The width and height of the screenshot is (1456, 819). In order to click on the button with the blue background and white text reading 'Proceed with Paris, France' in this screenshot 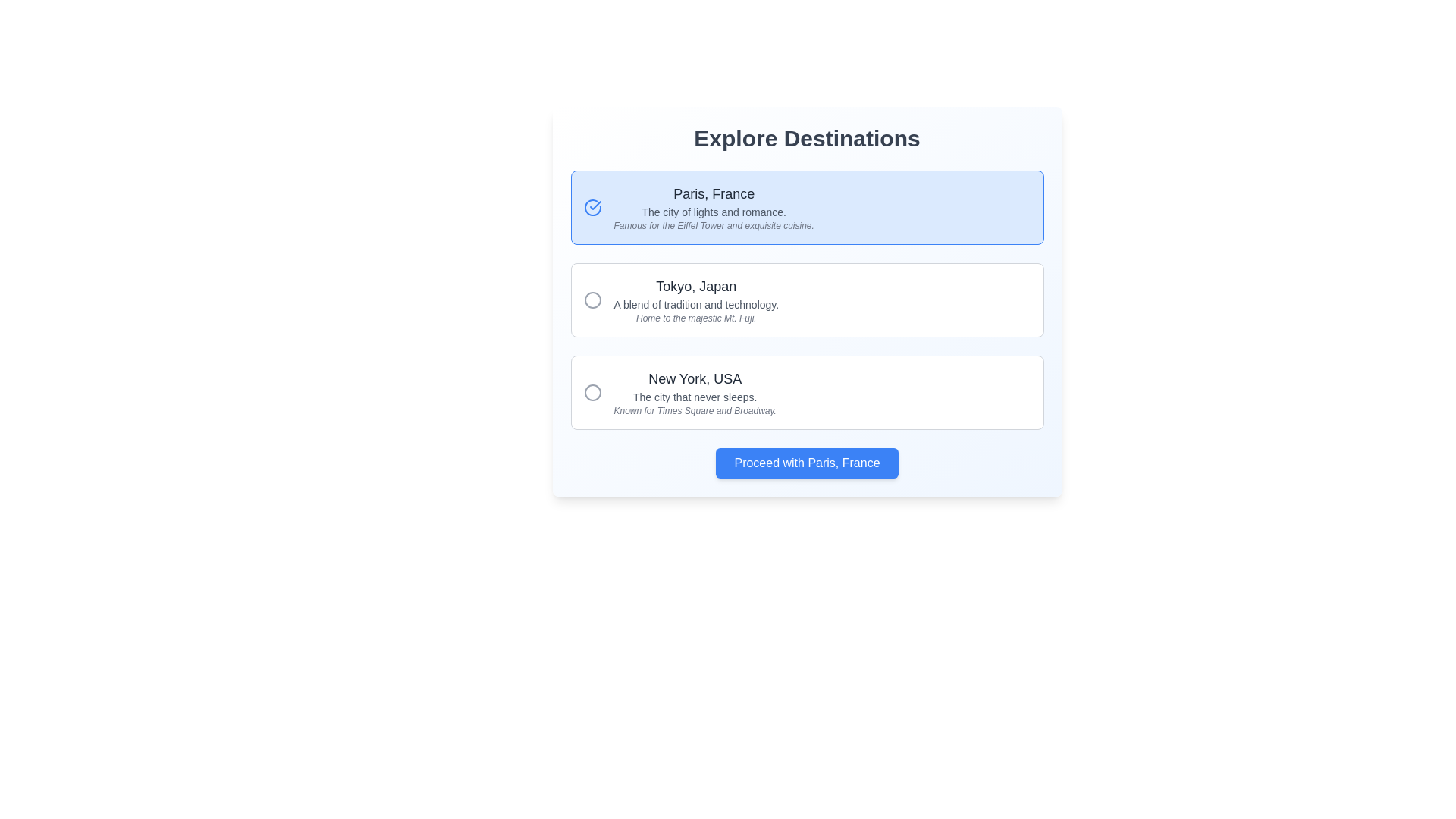, I will do `click(806, 462)`.